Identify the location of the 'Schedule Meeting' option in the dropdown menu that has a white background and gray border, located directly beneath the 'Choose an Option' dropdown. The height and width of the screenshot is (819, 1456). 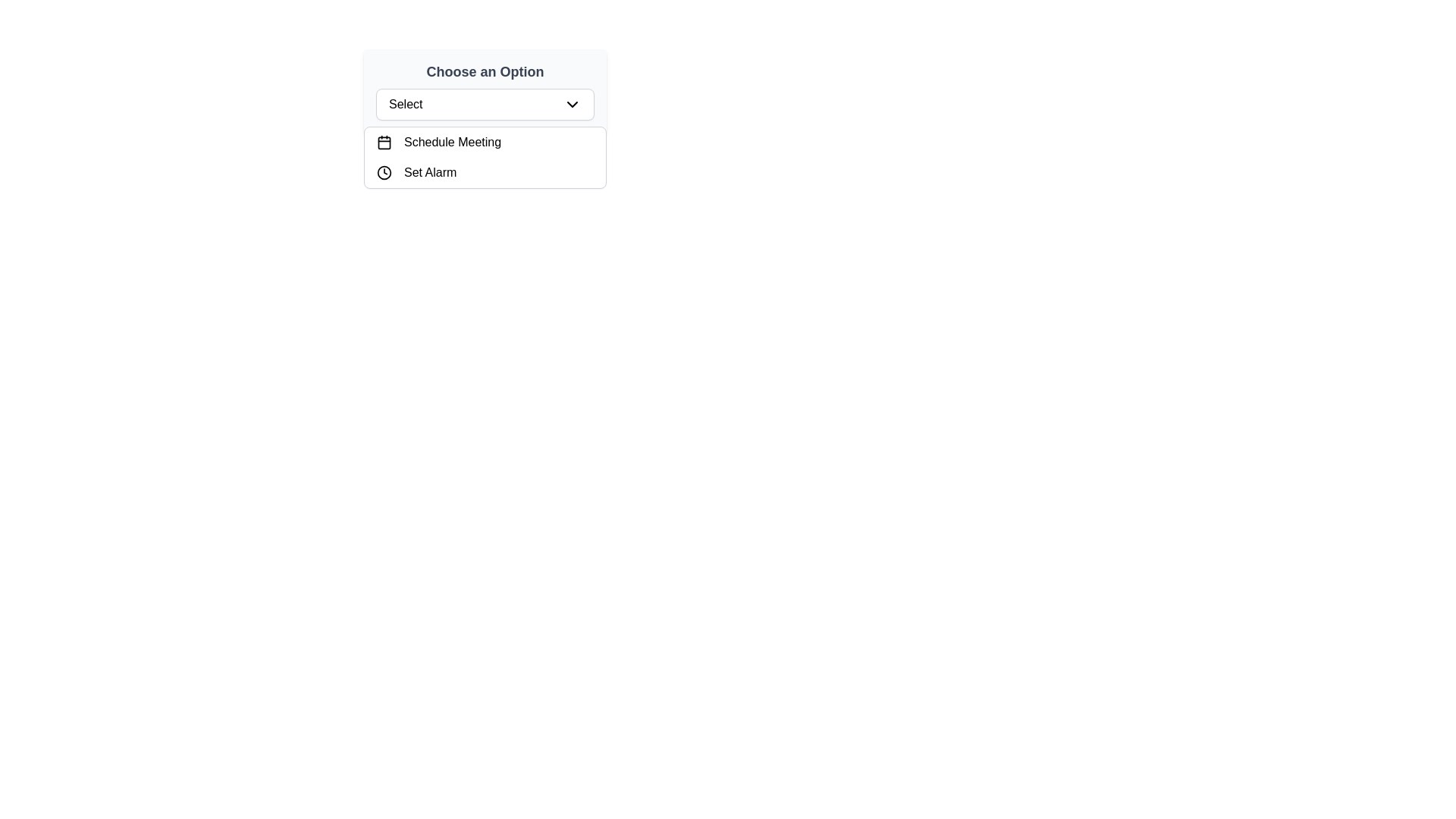
(484, 158).